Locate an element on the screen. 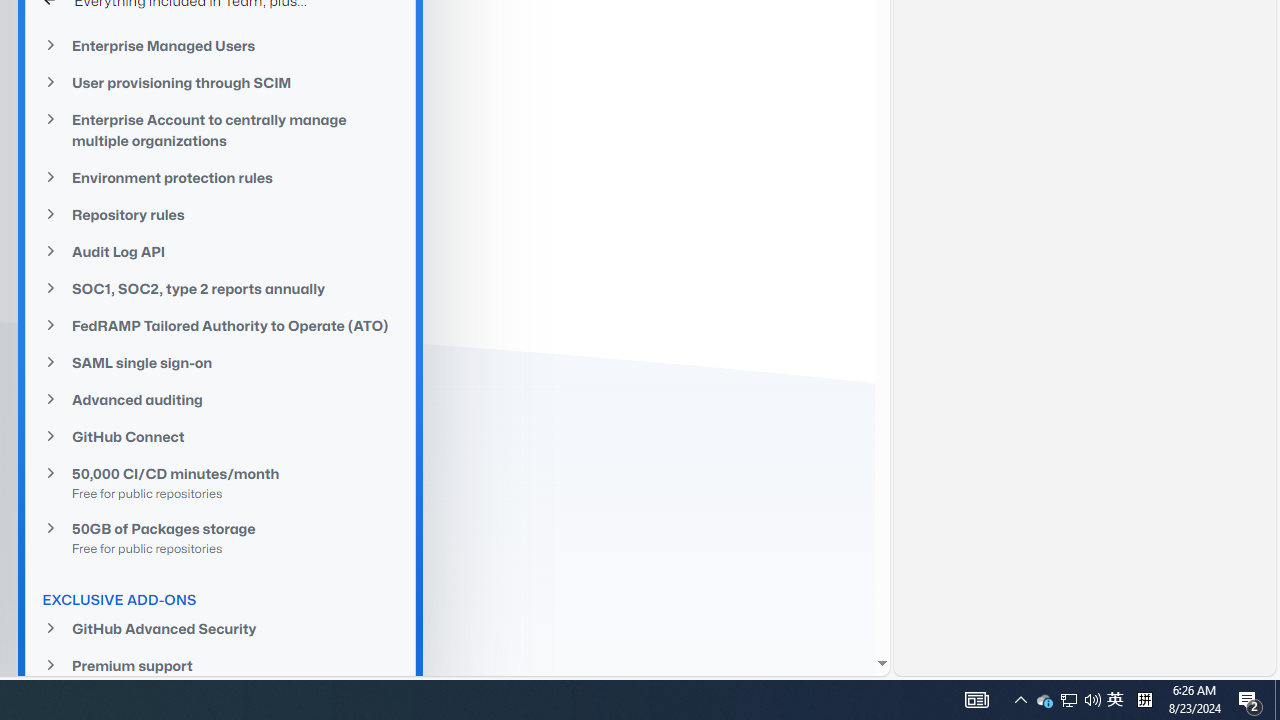 This screenshot has width=1280, height=720. 'Premium support' is located at coordinates (220, 665).